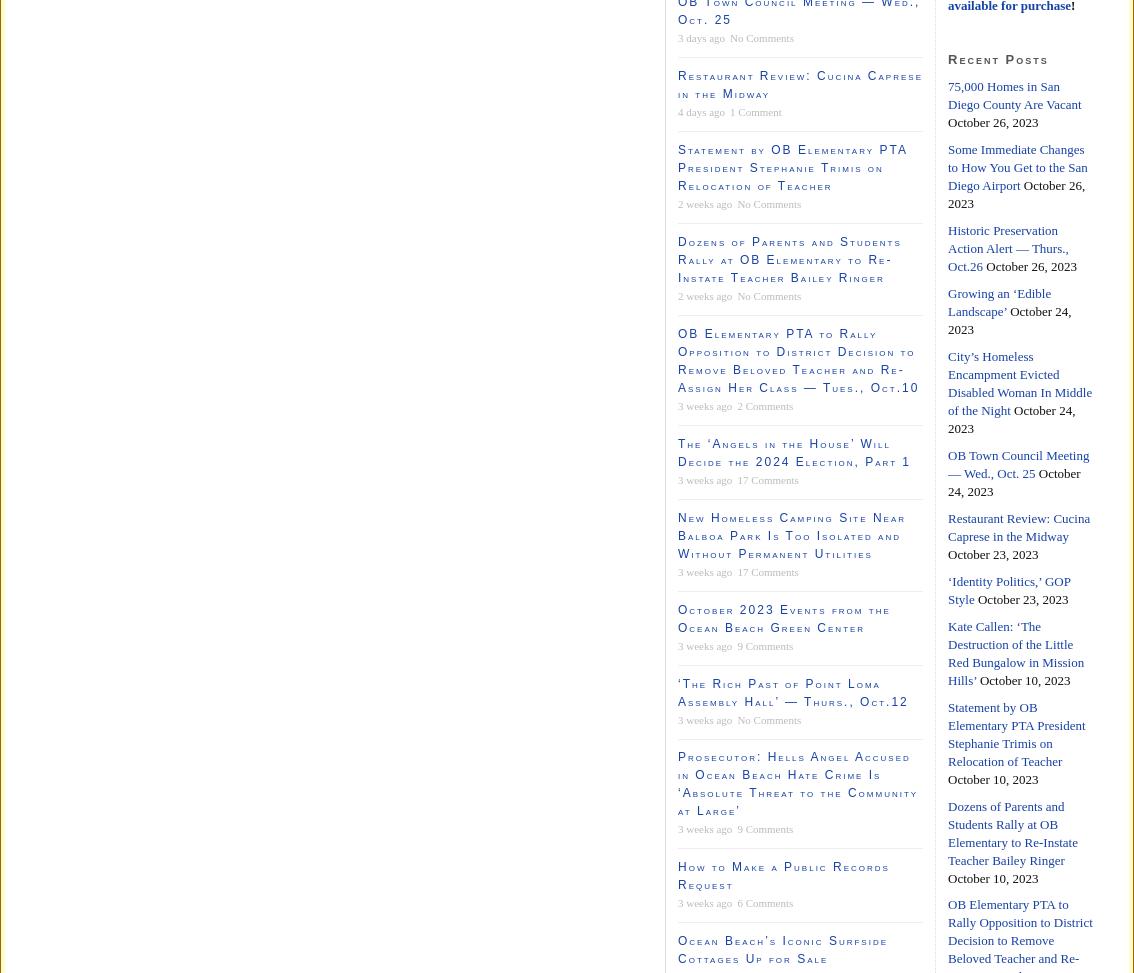 The width and height of the screenshot is (1134, 973). Describe the element at coordinates (677, 690) in the screenshot. I see `'‘The Rich Past of Point Loma Assembly Hall’ — Thurs., Oct.12'` at that location.